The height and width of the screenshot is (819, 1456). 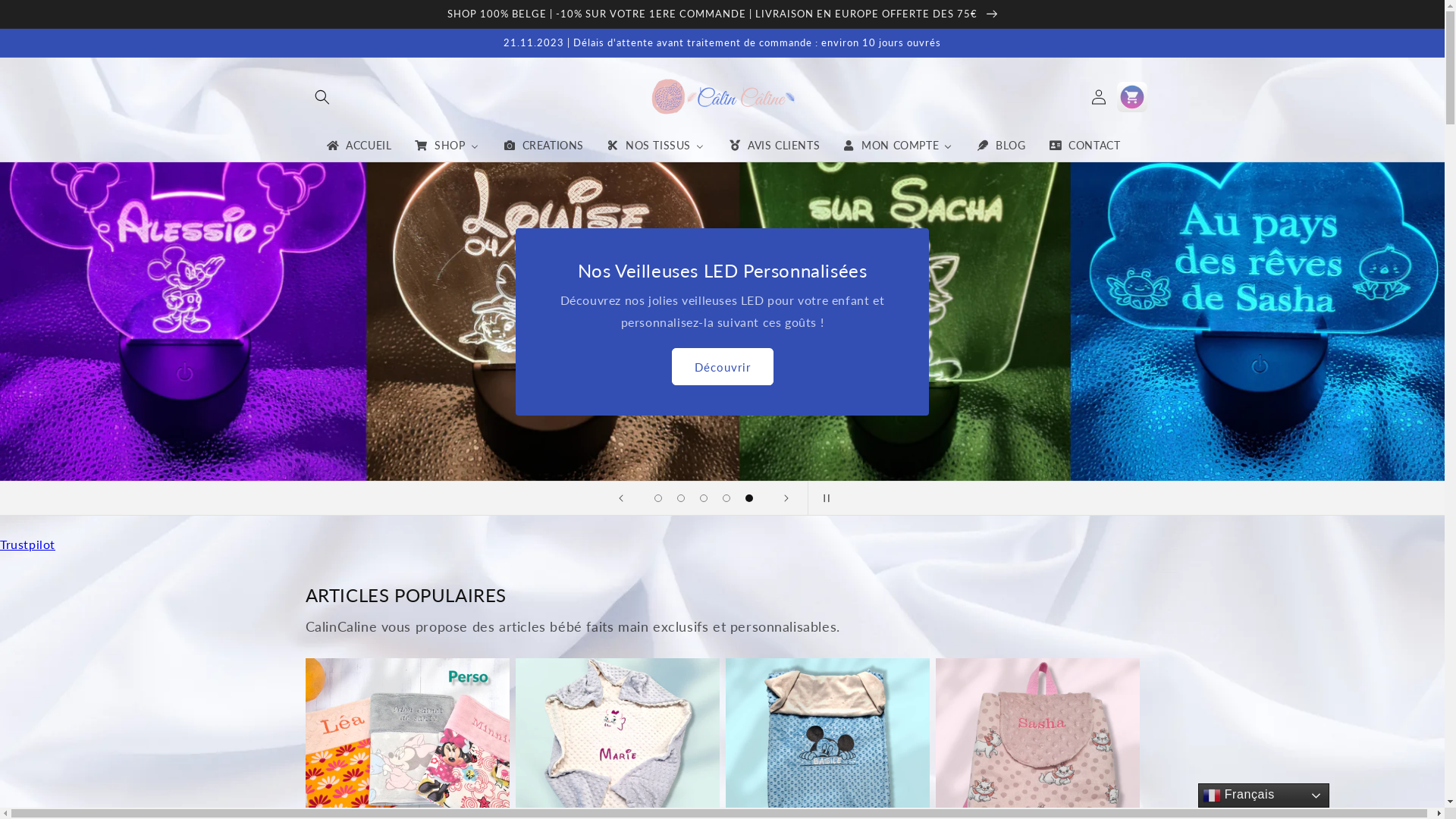 What do you see at coordinates (655, 146) in the screenshot?
I see `'NOS TISSUS'` at bounding box center [655, 146].